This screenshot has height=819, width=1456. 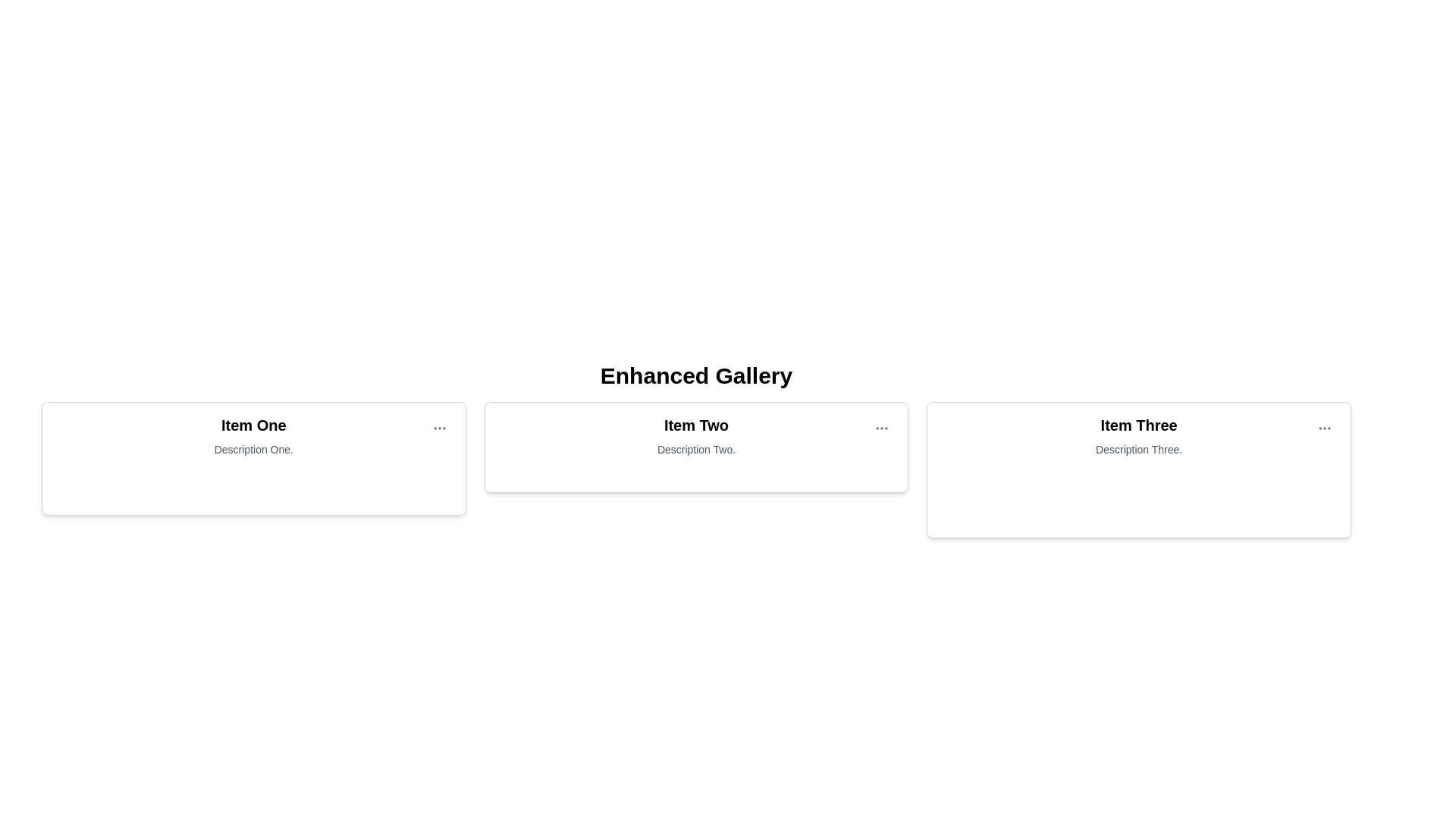 I want to click on the menu trigger button located in the top-right corner of the 'Item Two' card to open the related dropdown or context menu, so click(x=882, y=428).